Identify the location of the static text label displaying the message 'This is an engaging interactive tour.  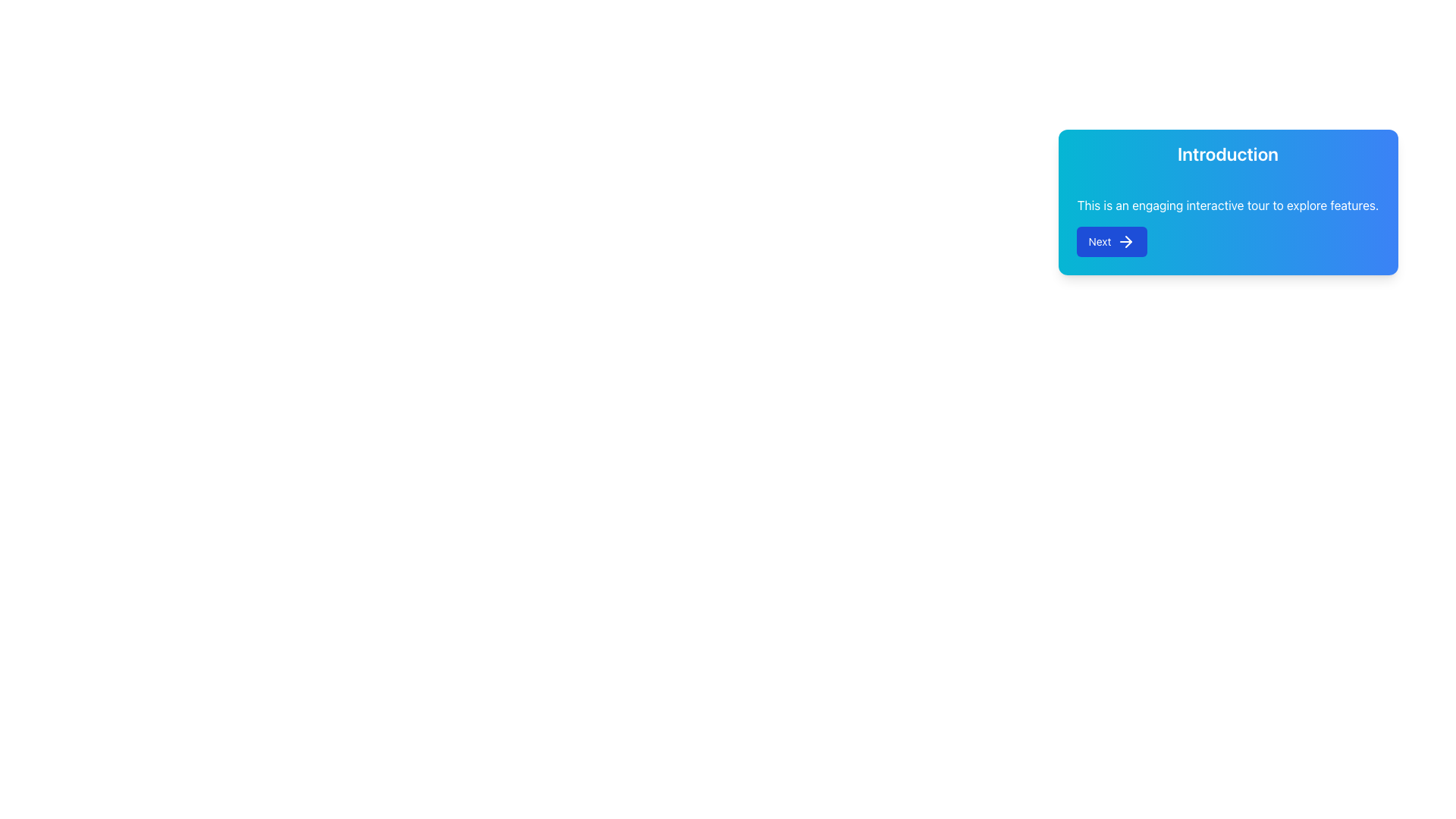
(1228, 205).